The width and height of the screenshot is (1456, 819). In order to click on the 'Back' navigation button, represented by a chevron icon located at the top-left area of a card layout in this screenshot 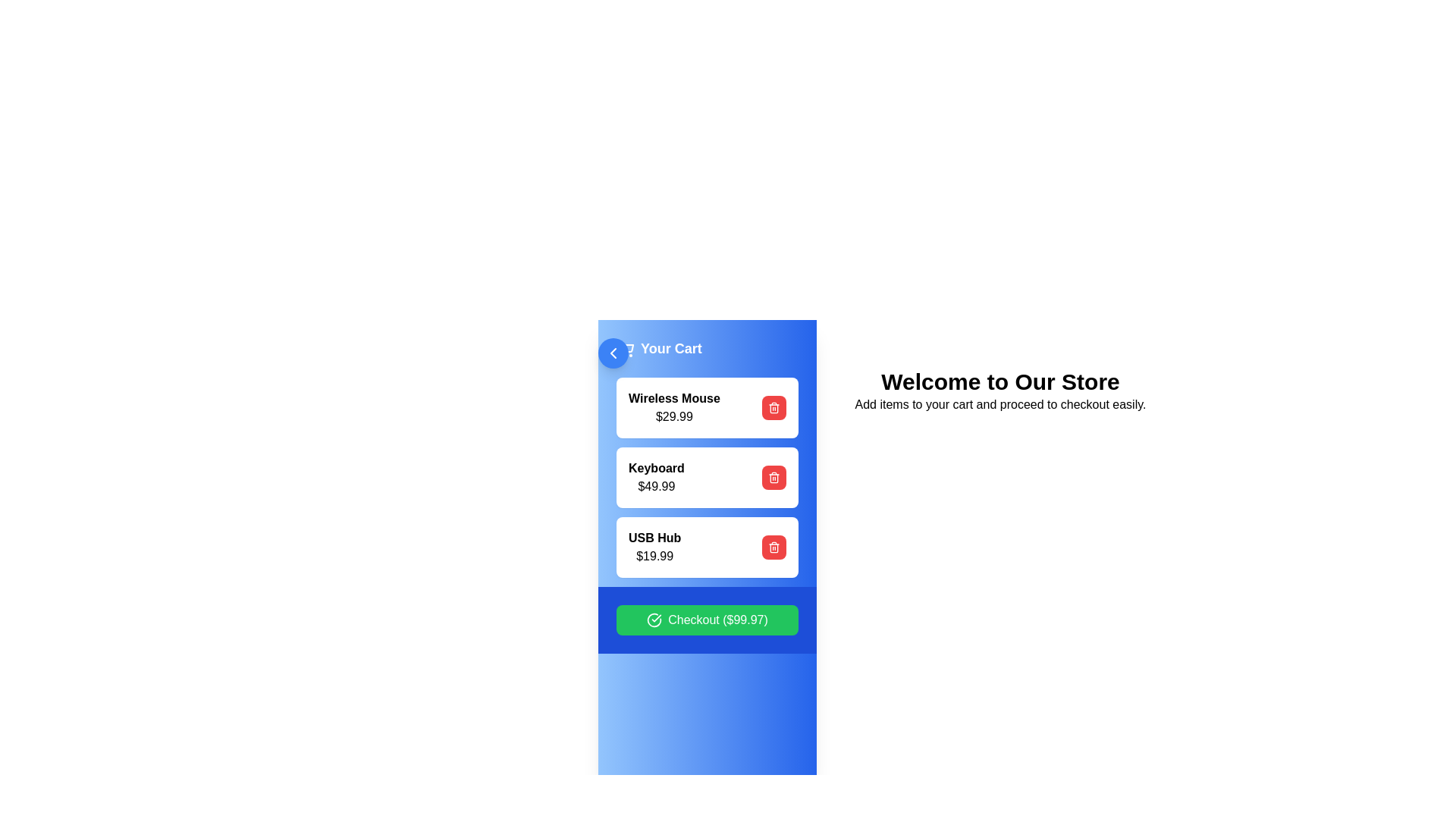, I will do `click(613, 353)`.